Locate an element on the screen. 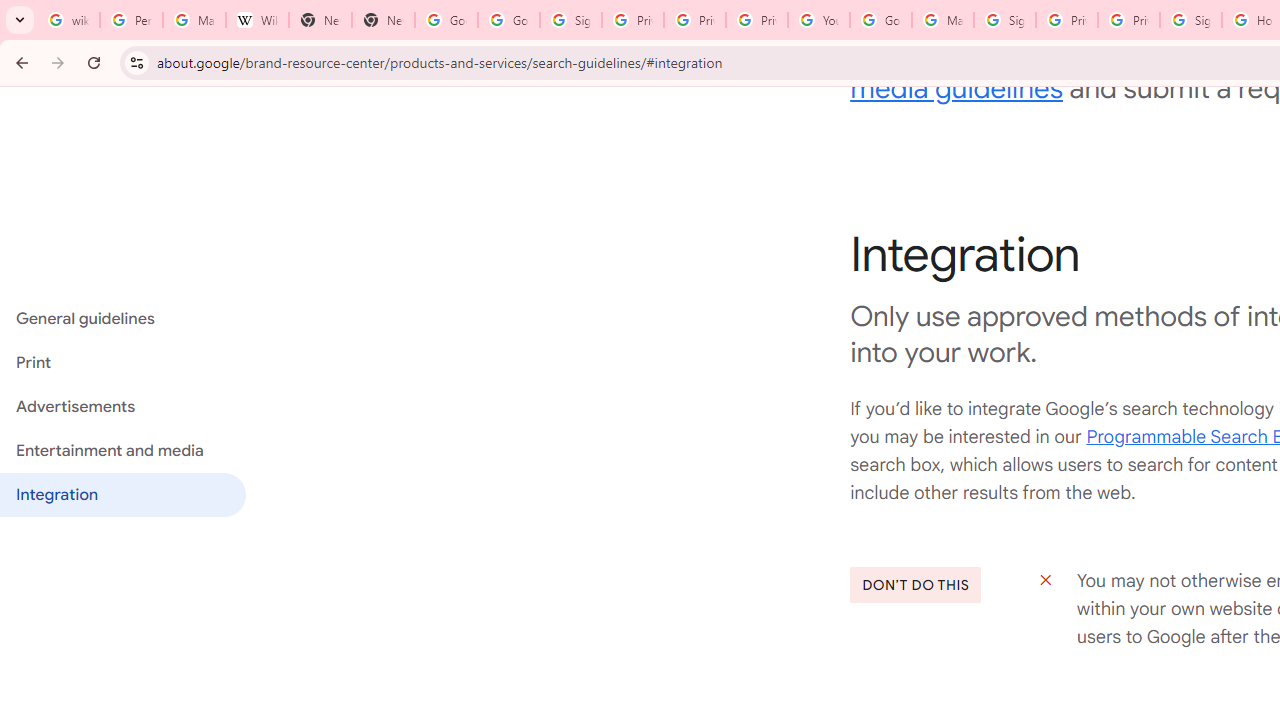 The height and width of the screenshot is (720, 1280). 'Print' is located at coordinates (121, 363).